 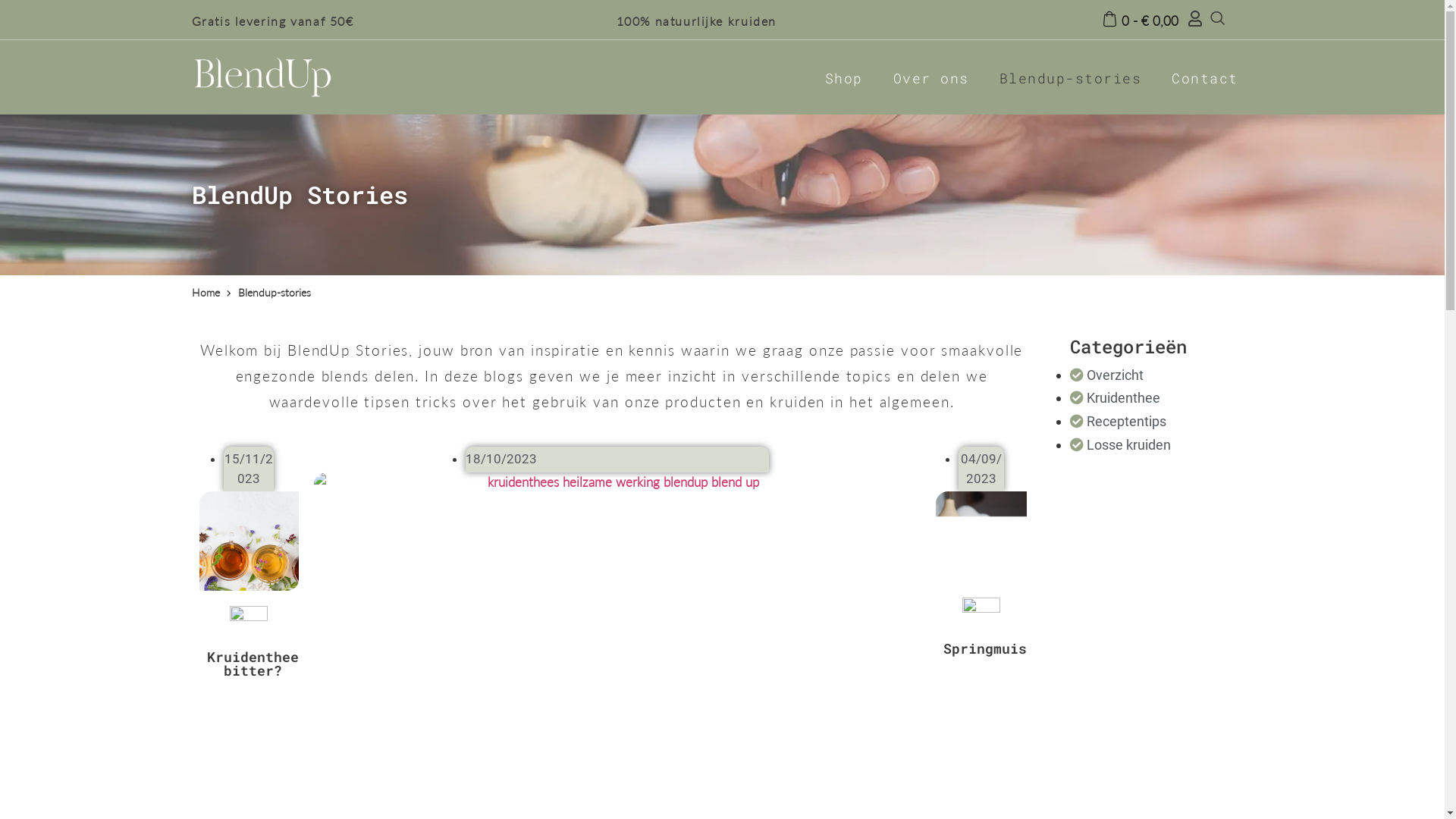 What do you see at coordinates (985, 648) in the screenshot?
I see `'Springmuis'` at bounding box center [985, 648].